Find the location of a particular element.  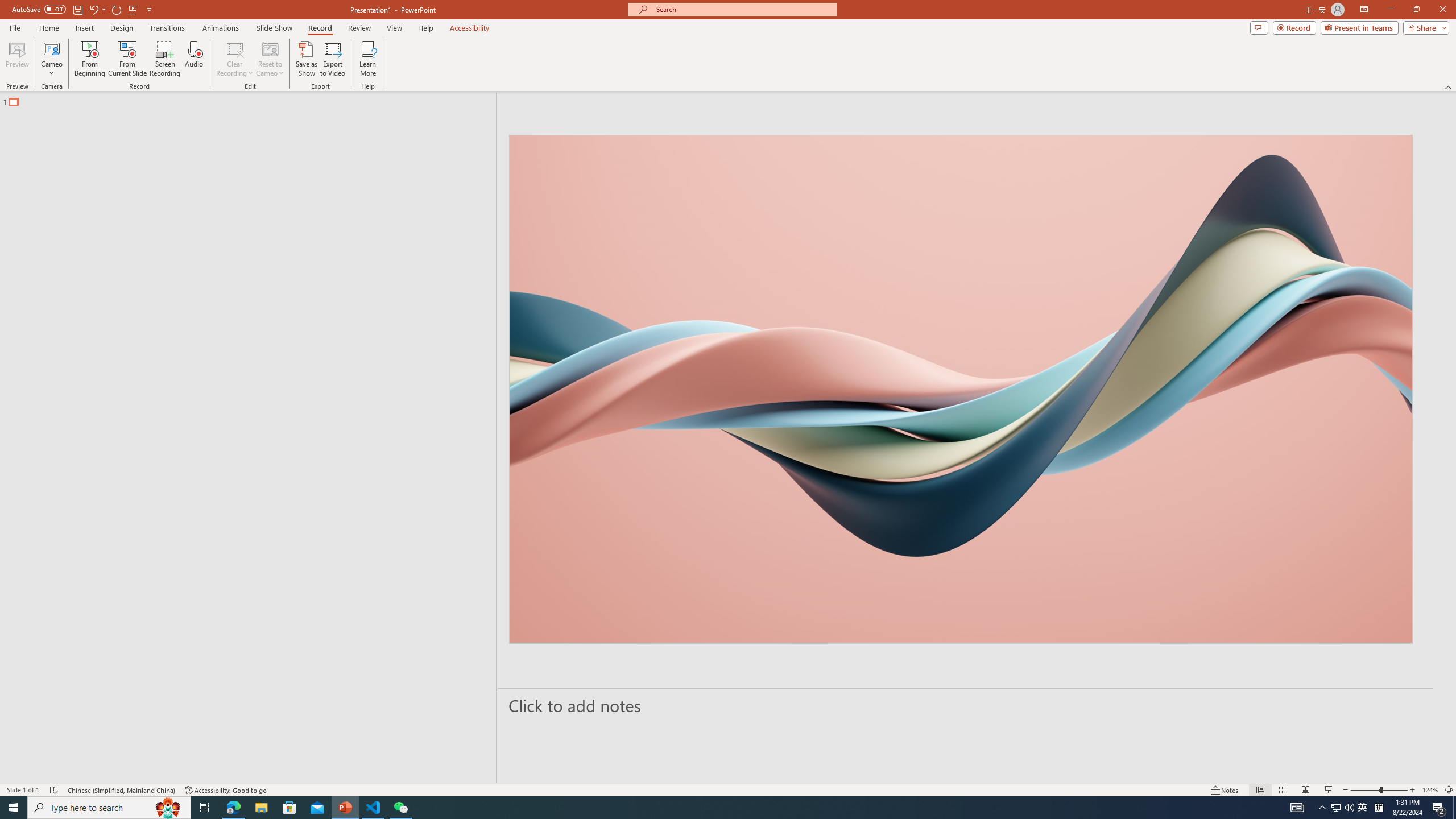

'Wavy 3D art' is located at coordinates (960, 388).